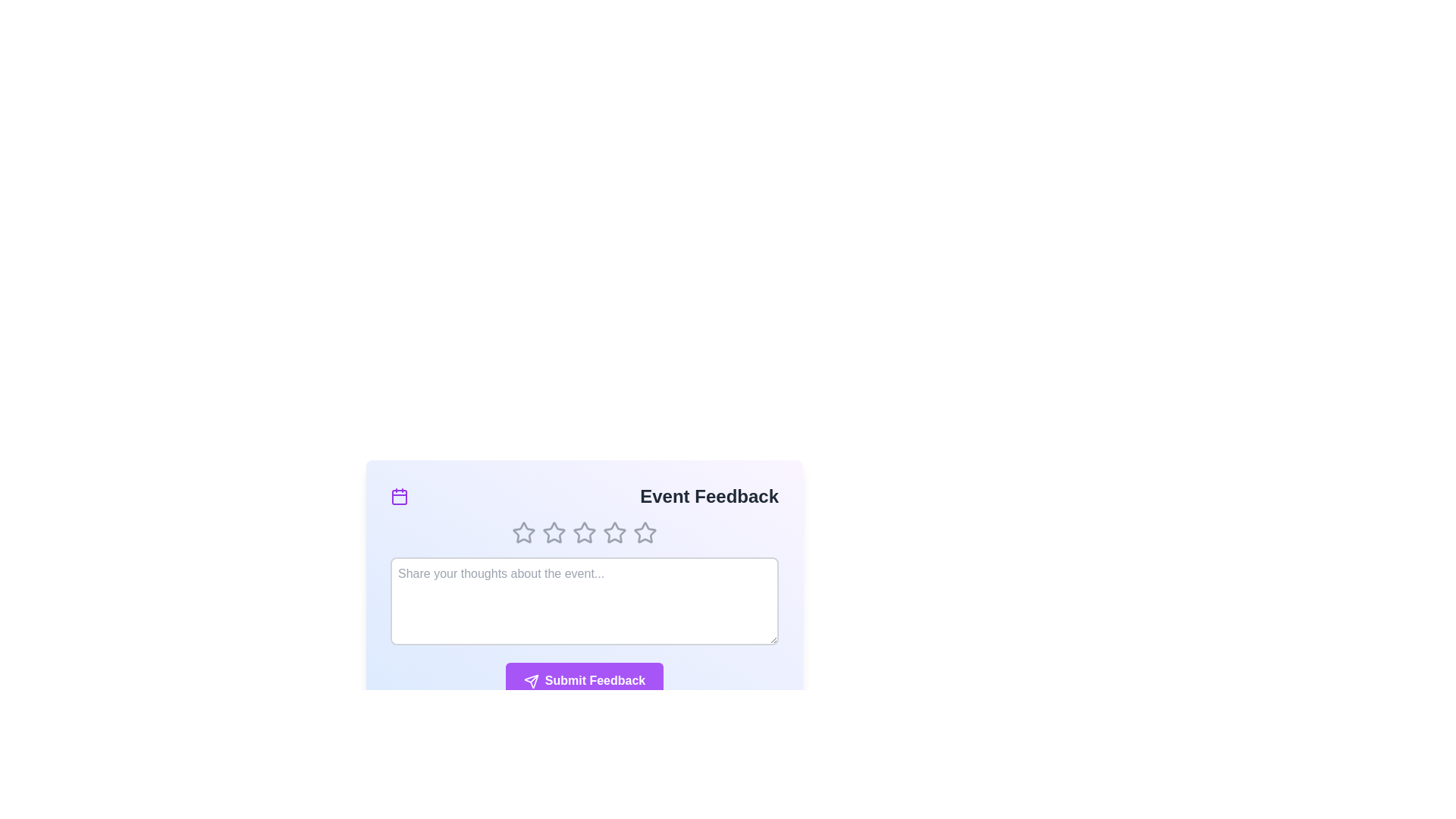 Image resolution: width=1456 pixels, height=819 pixels. Describe the element at coordinates (584, 680) in the screenshot. I see `the 'Submit Feedback' button, which has a purple background and contains white text with a paper airplane icon, to trigger its hover color change` at that location.